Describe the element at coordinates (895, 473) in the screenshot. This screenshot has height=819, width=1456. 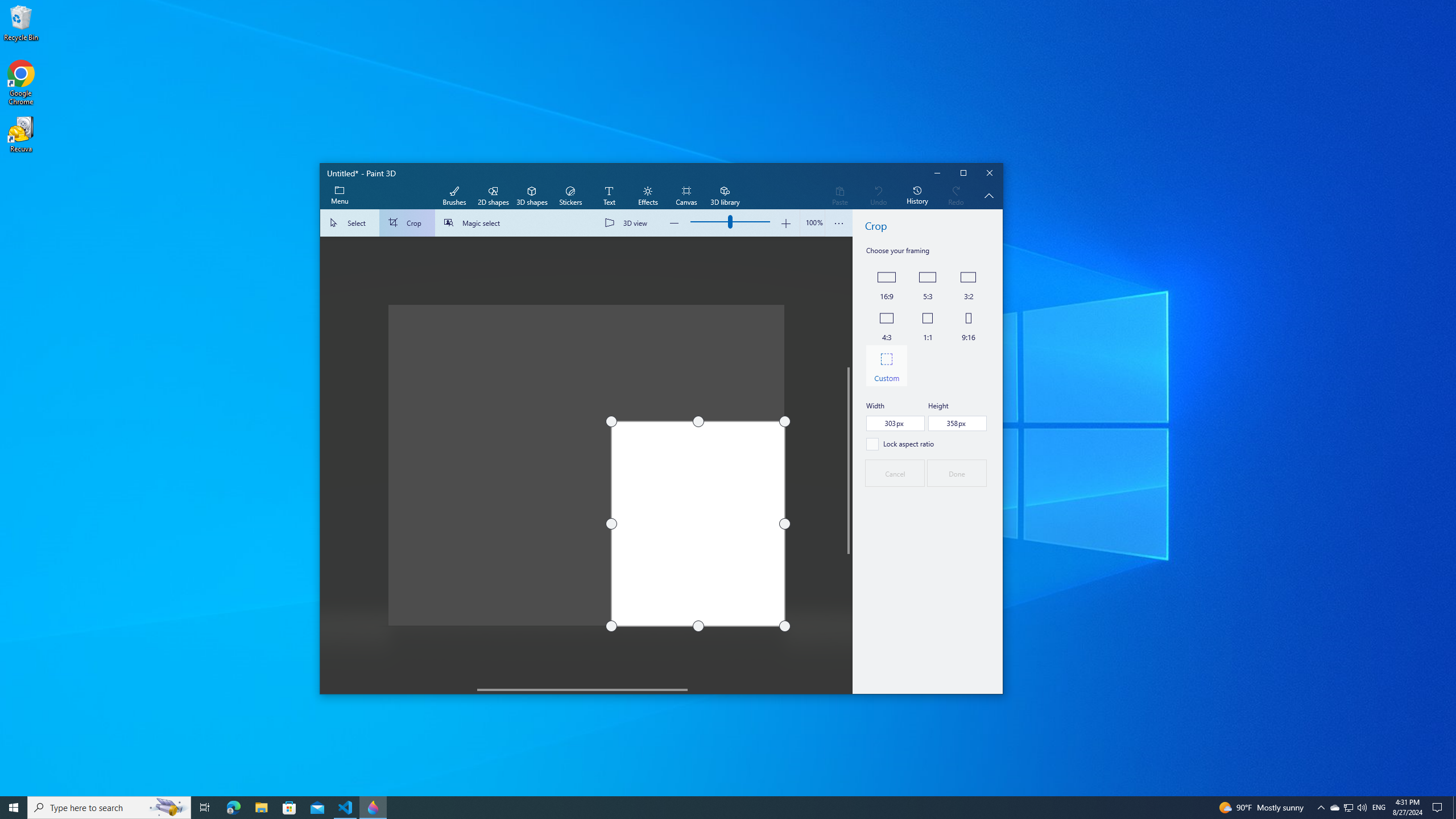
I see `'Cancel'` at that location.